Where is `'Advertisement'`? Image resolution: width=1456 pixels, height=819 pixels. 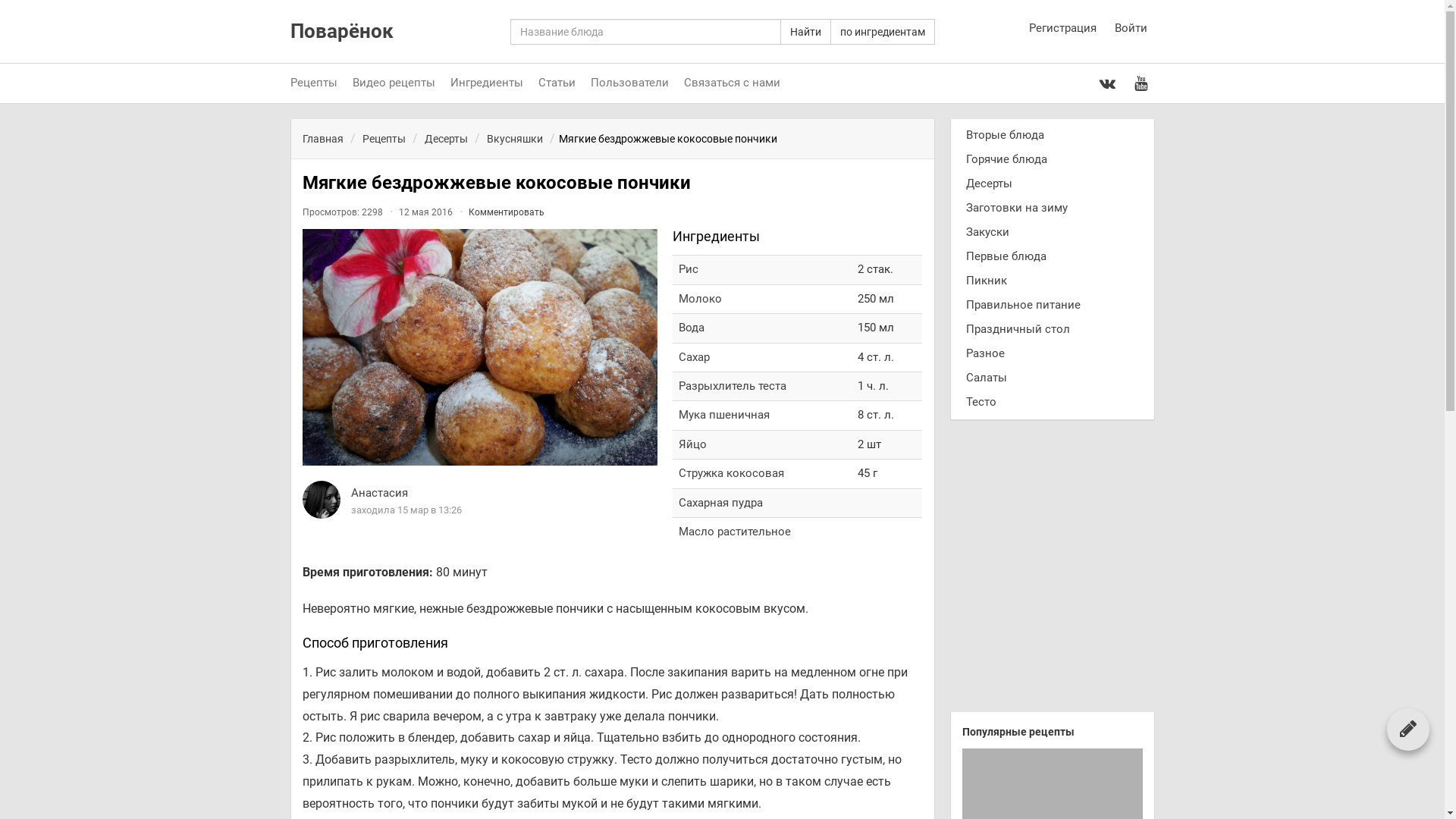
'Advertisement' is located at coordinates (1051, 572).